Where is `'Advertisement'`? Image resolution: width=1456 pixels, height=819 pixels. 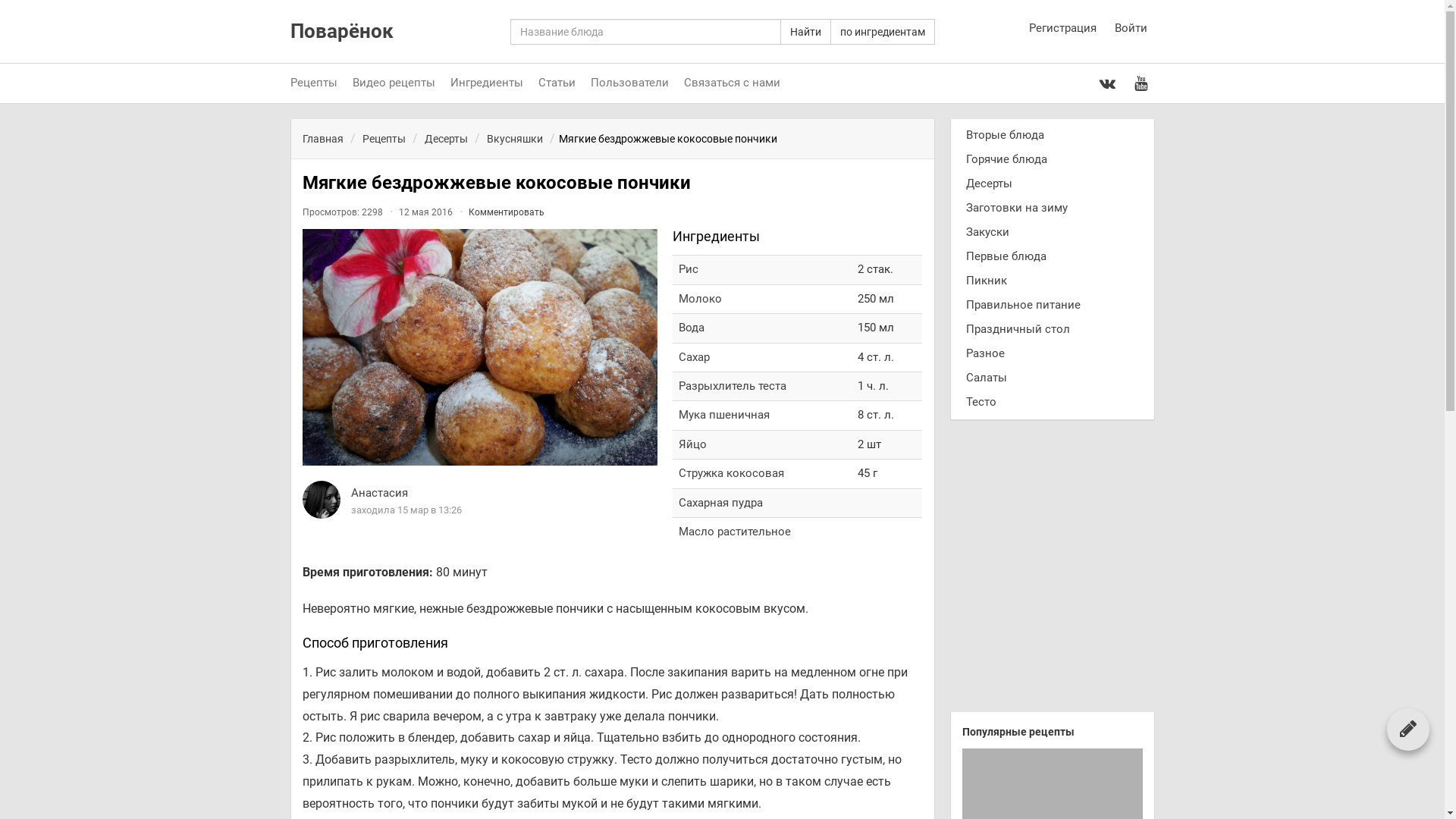
'Advertisement' is located at coordinates (1051, 572).